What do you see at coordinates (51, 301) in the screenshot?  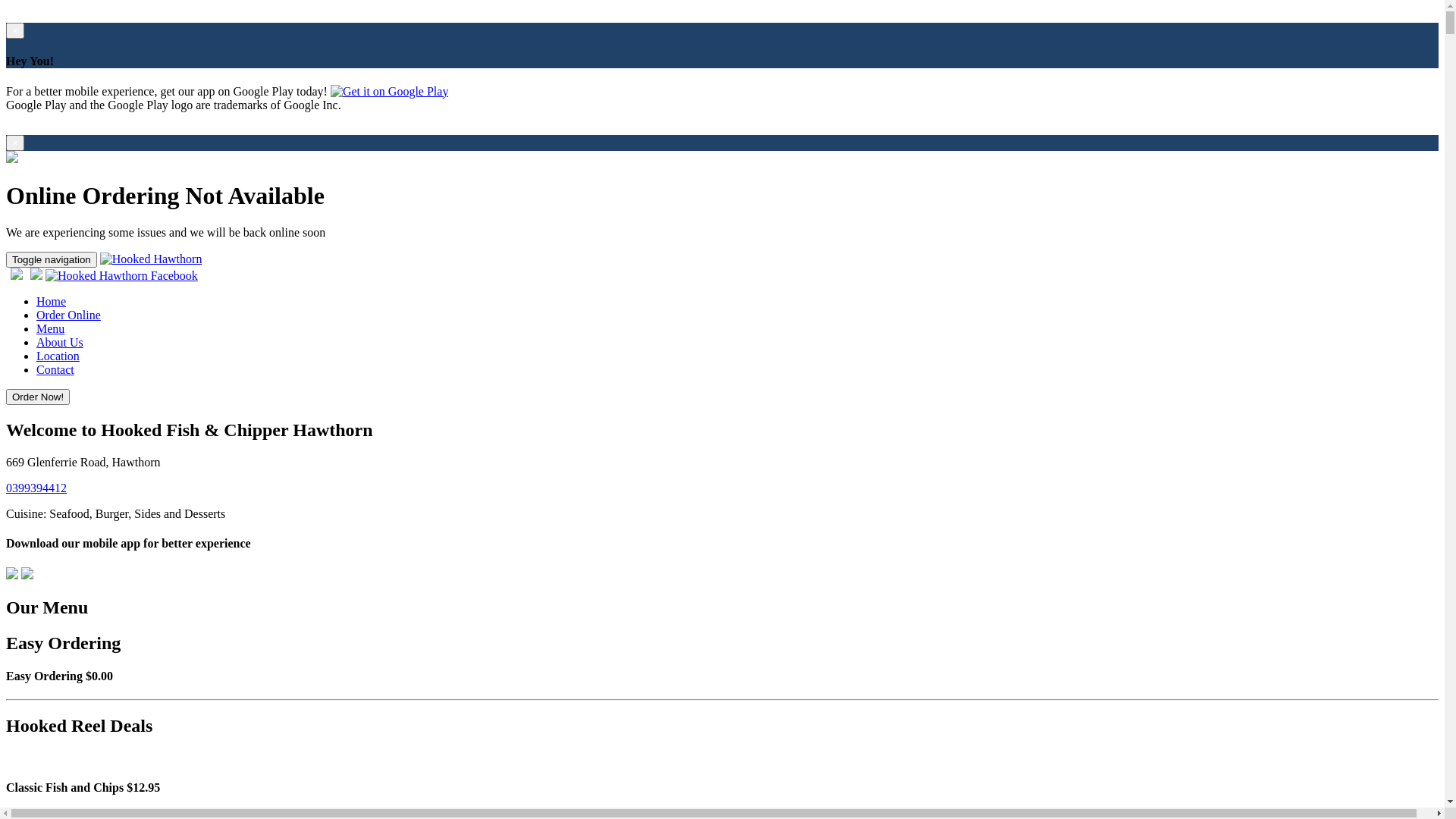 I see `'Home'` at bounding box center [51, 301].